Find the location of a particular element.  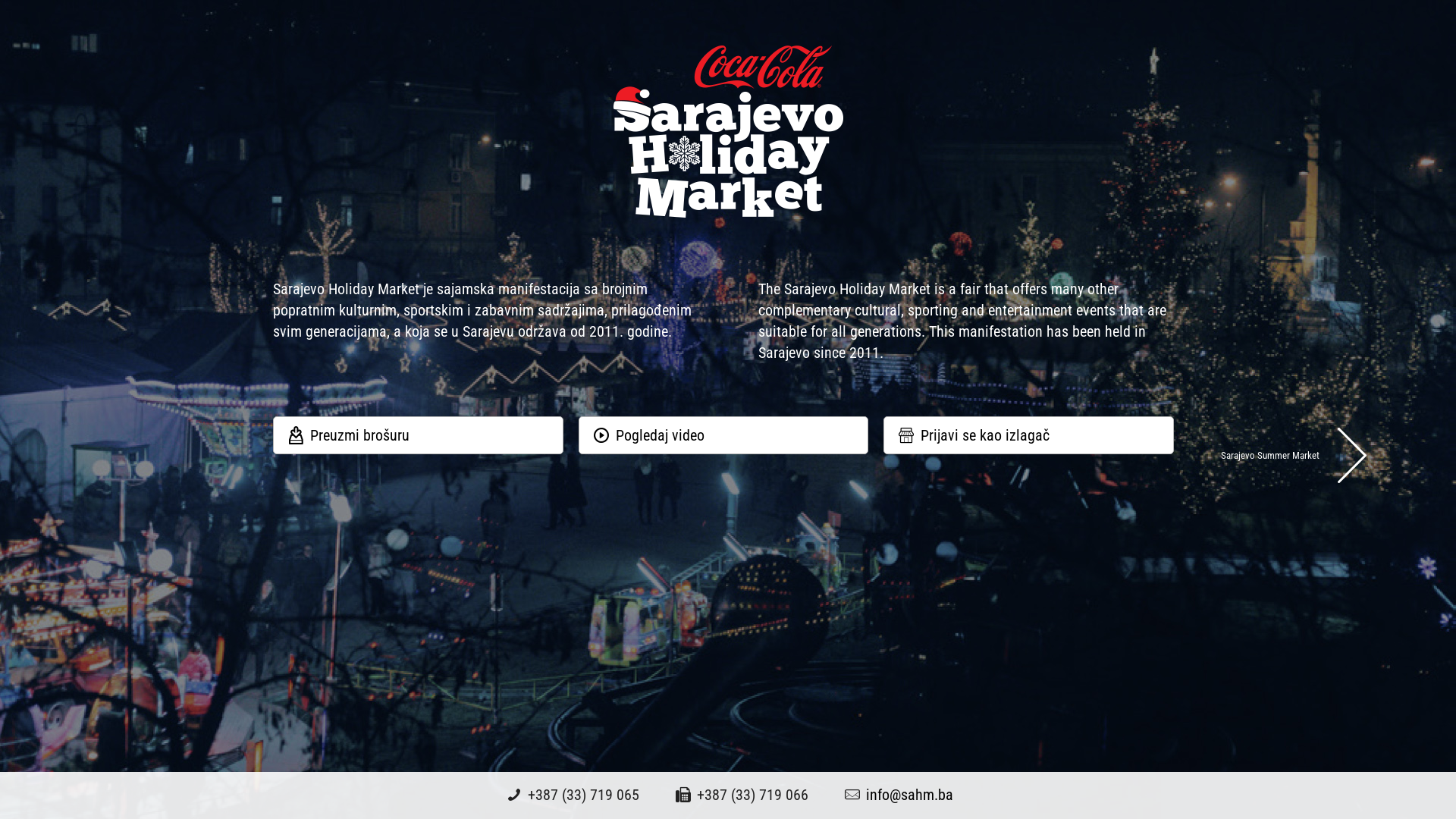

'info@sahm.ba' is located at coordinates (909, 794).